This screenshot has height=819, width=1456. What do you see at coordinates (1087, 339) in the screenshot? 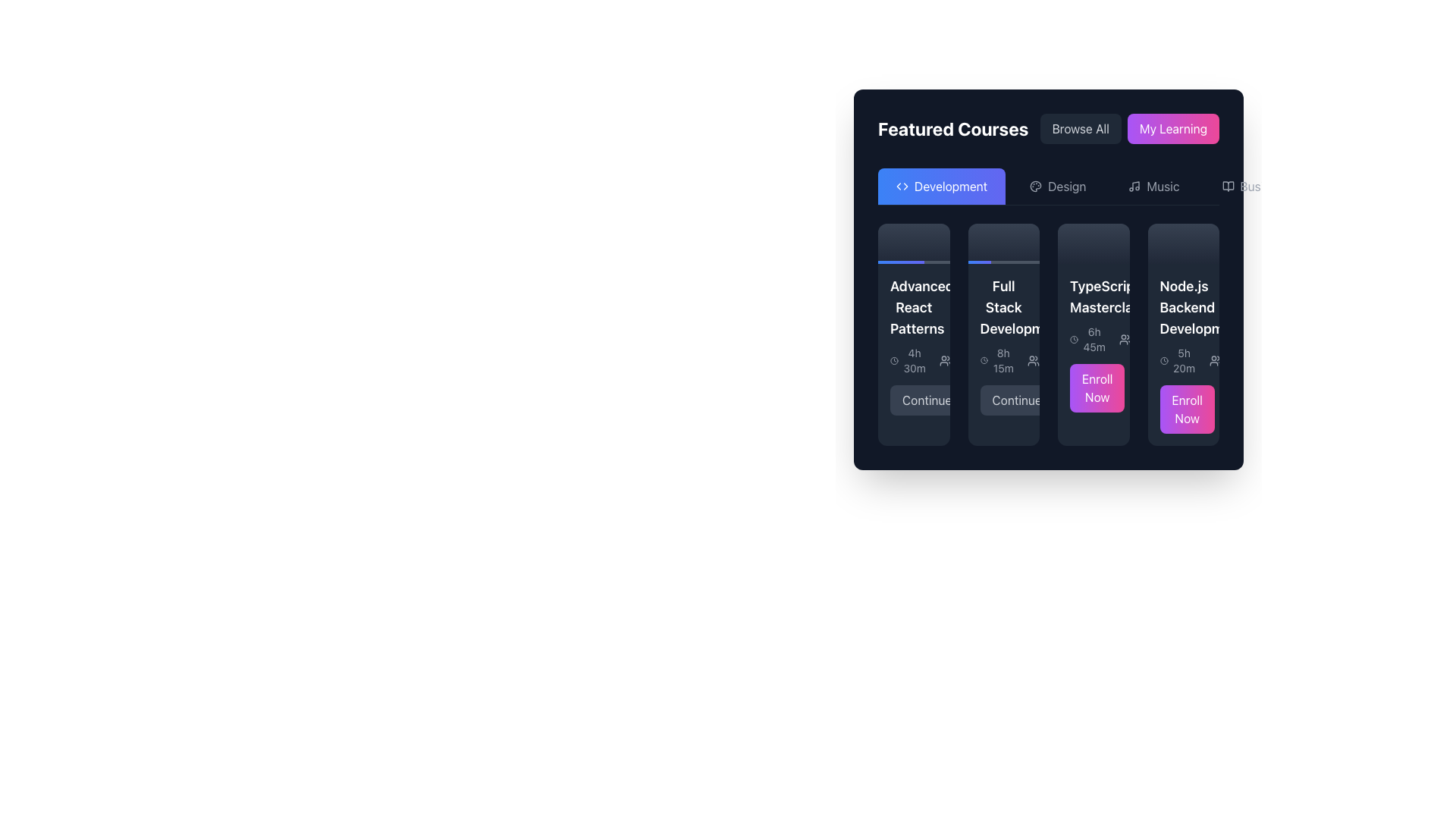
I see `the textual label displaying the time duration '6h 45m' with a clock icon on its left, located within the 'TypeScript Masterclass' card, above the 'Enroll Now' button` at bounding box center [1087, 339].